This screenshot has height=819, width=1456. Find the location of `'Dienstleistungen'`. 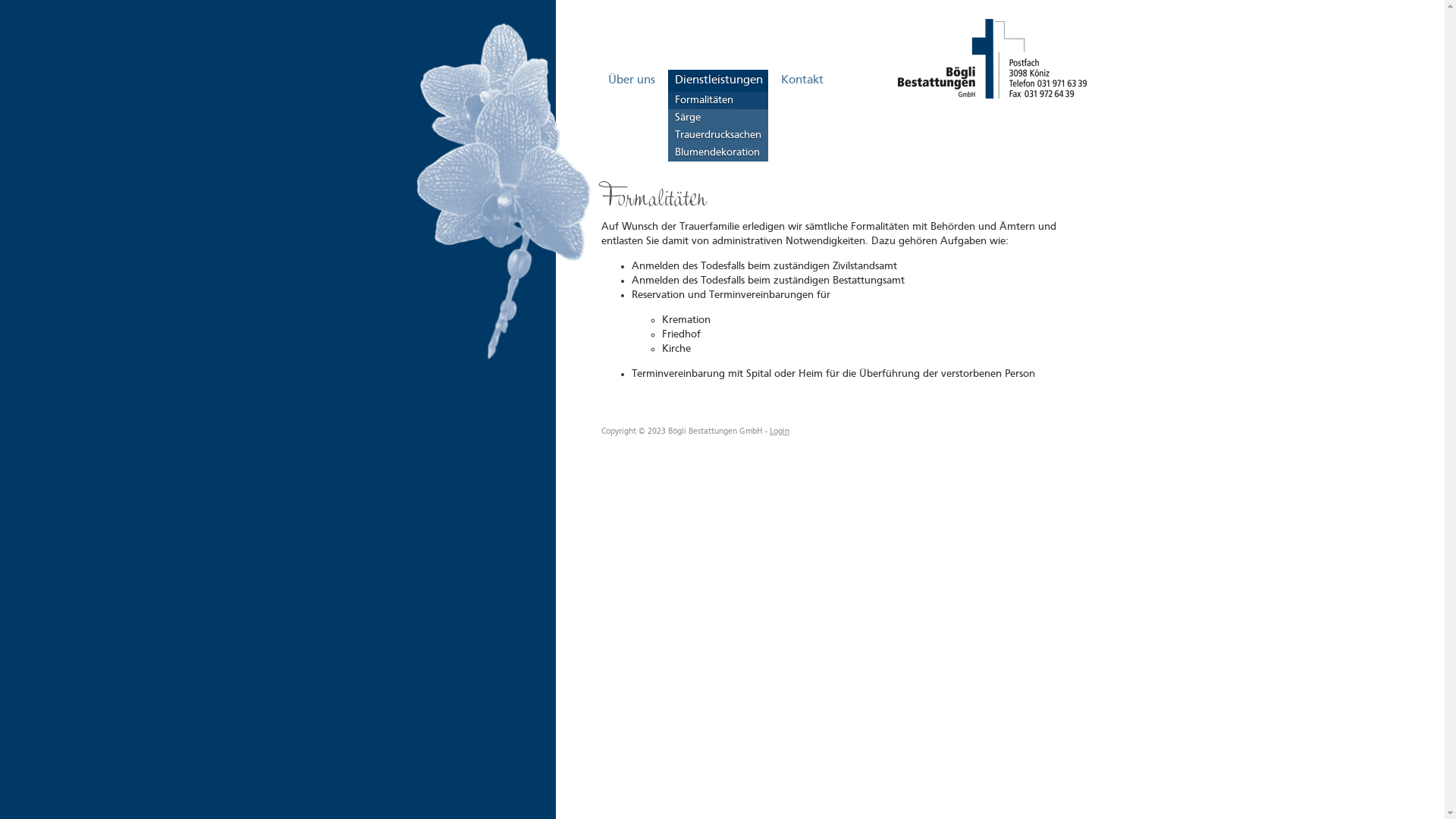

'Dienstleistungen' is located at coordinates (667, 80).